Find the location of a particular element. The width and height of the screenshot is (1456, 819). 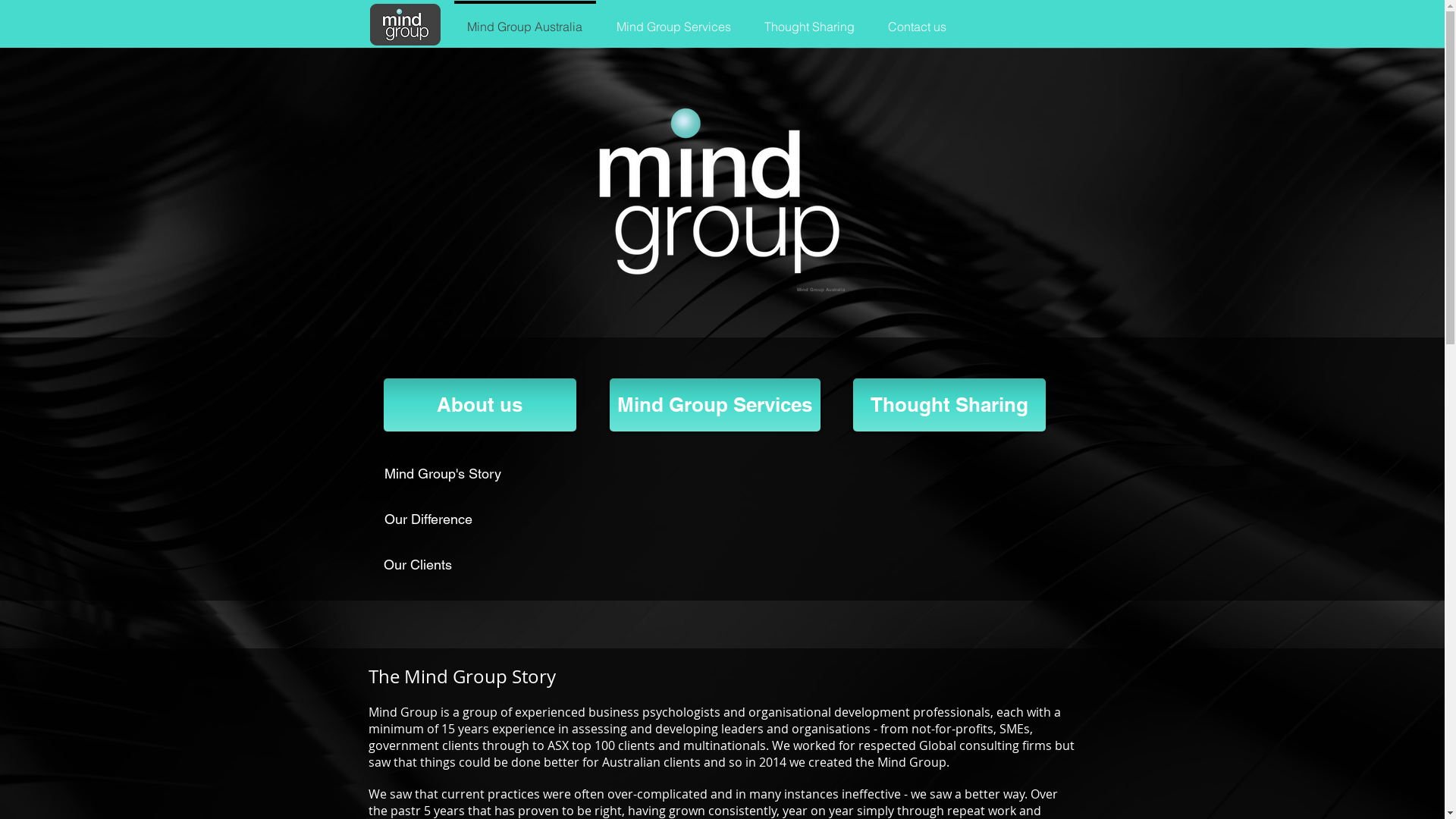

'Mind Group's Story' is located at coordinates (455, 472).